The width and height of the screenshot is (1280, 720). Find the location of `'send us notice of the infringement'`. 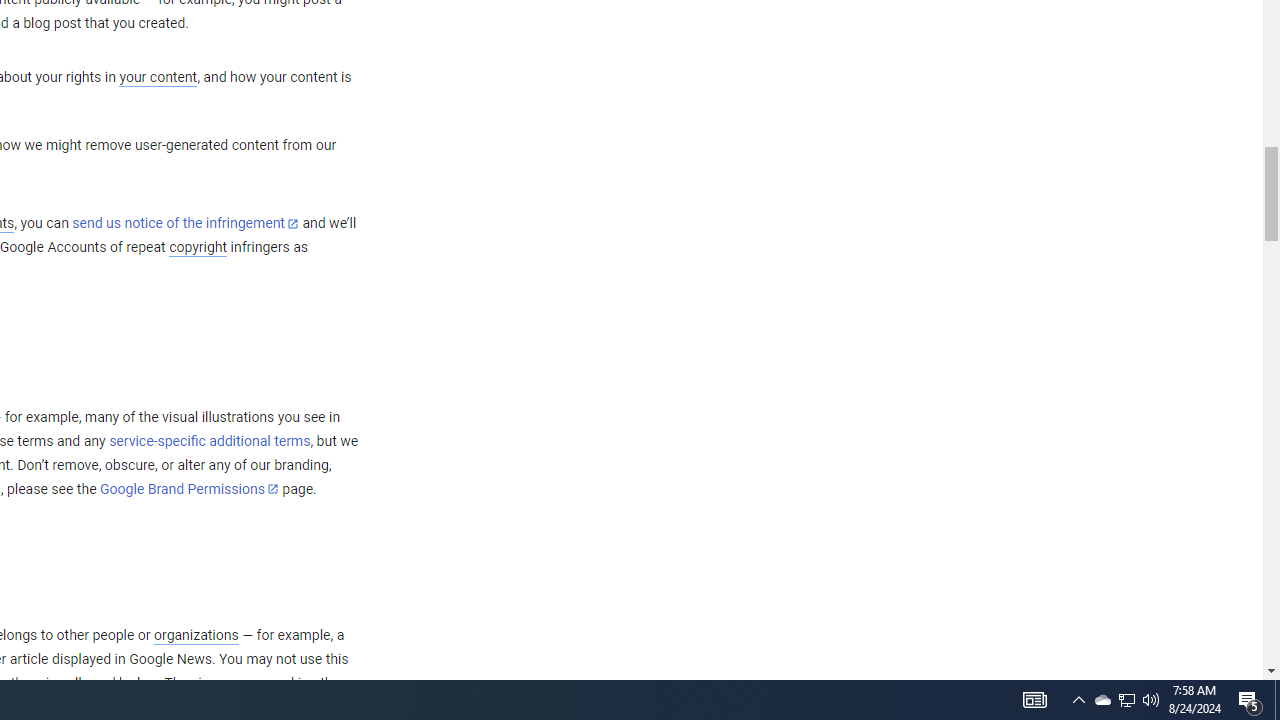

'send us notice of the infringement' is located at coordinates (185, 224).